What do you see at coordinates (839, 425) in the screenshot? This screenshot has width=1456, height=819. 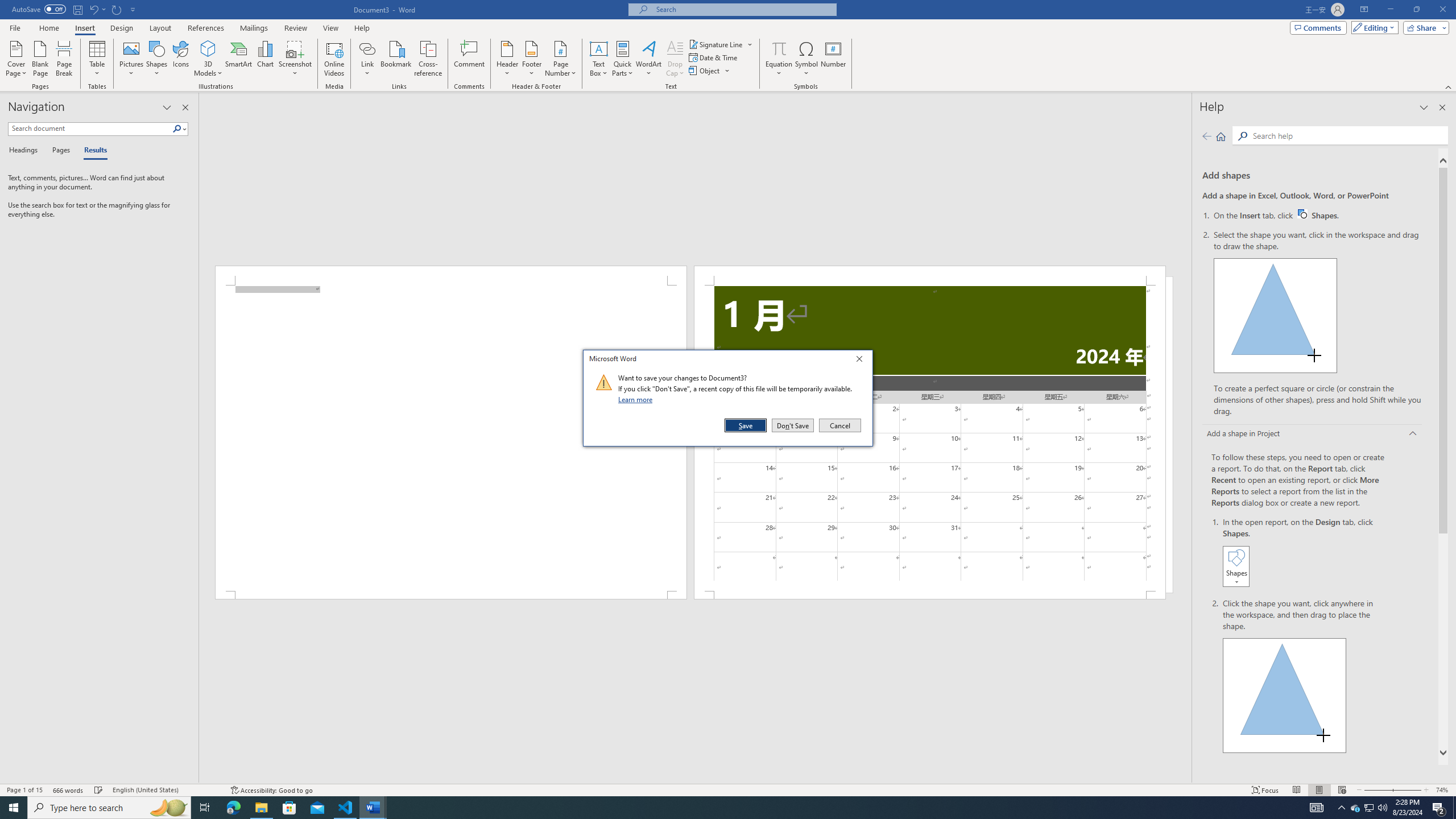 I see `'Cancel'` at bounding box center [839, 425].